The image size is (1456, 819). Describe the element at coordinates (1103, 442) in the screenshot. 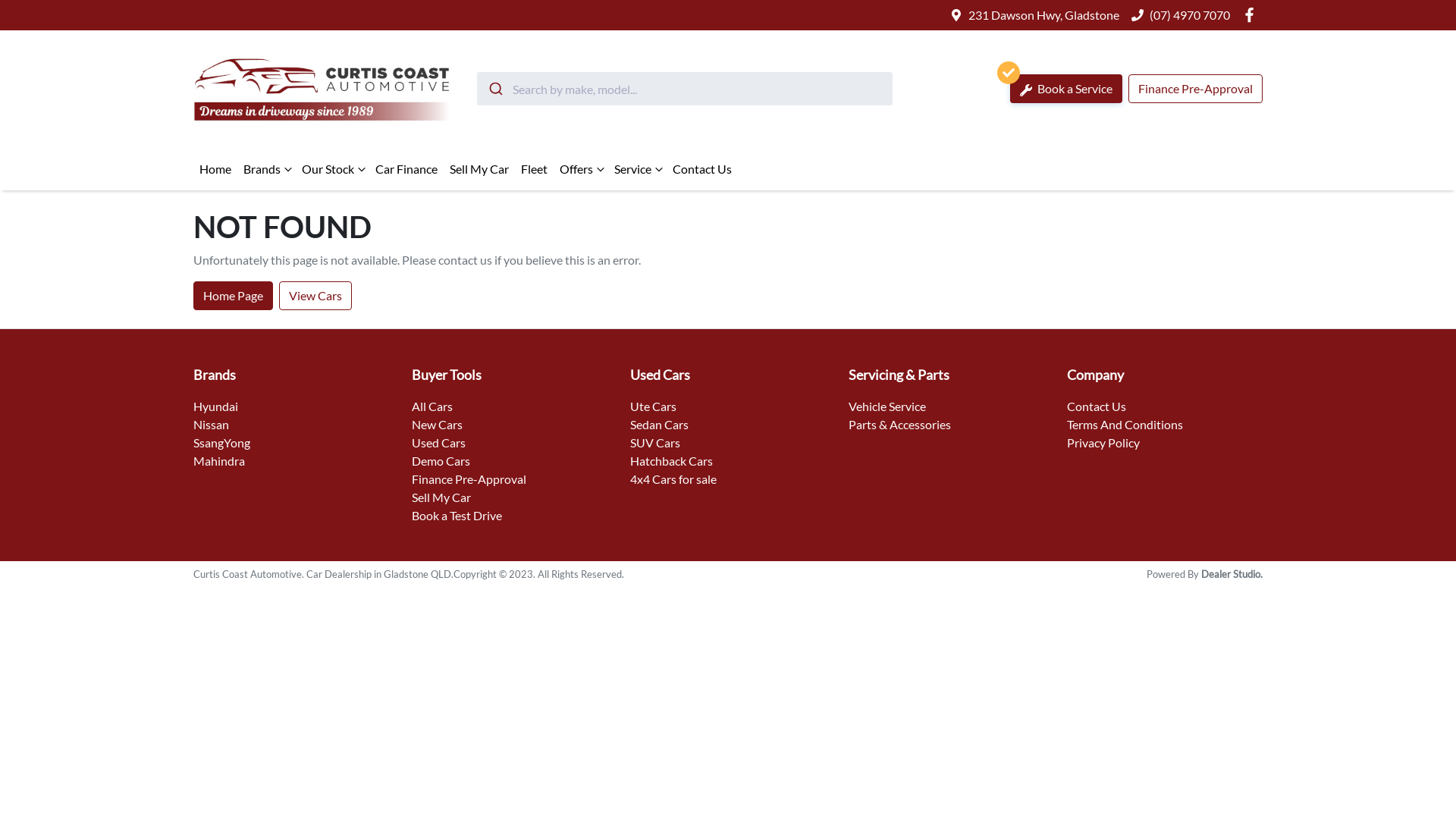

I see `'Privacy Policy'` at that location.